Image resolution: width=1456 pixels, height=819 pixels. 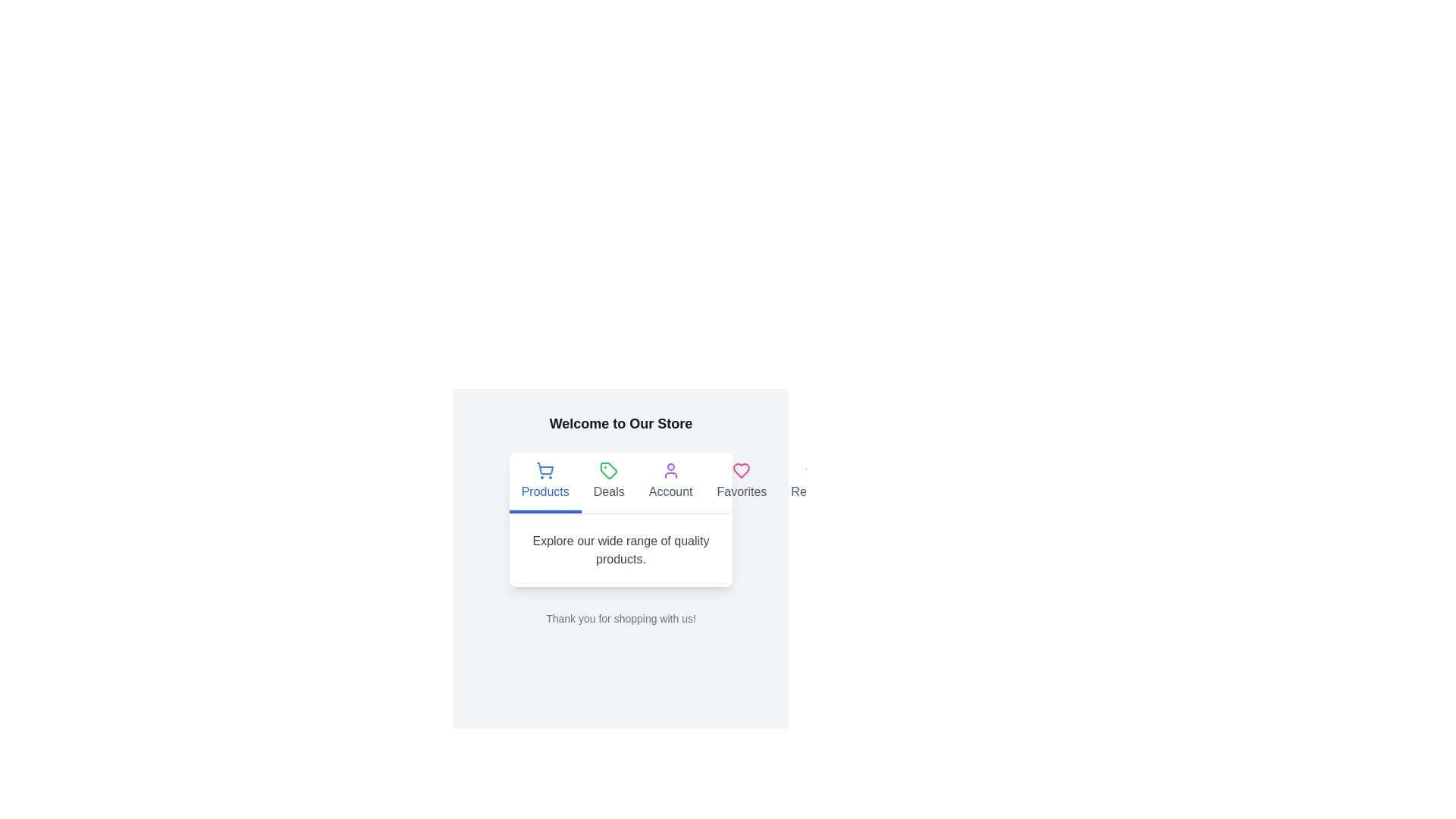 I want to click on the 'Products' text and shopping cart icon in the top-left of the white content card section, which is the first item in the navigation menu, so click(x=545, y=482).